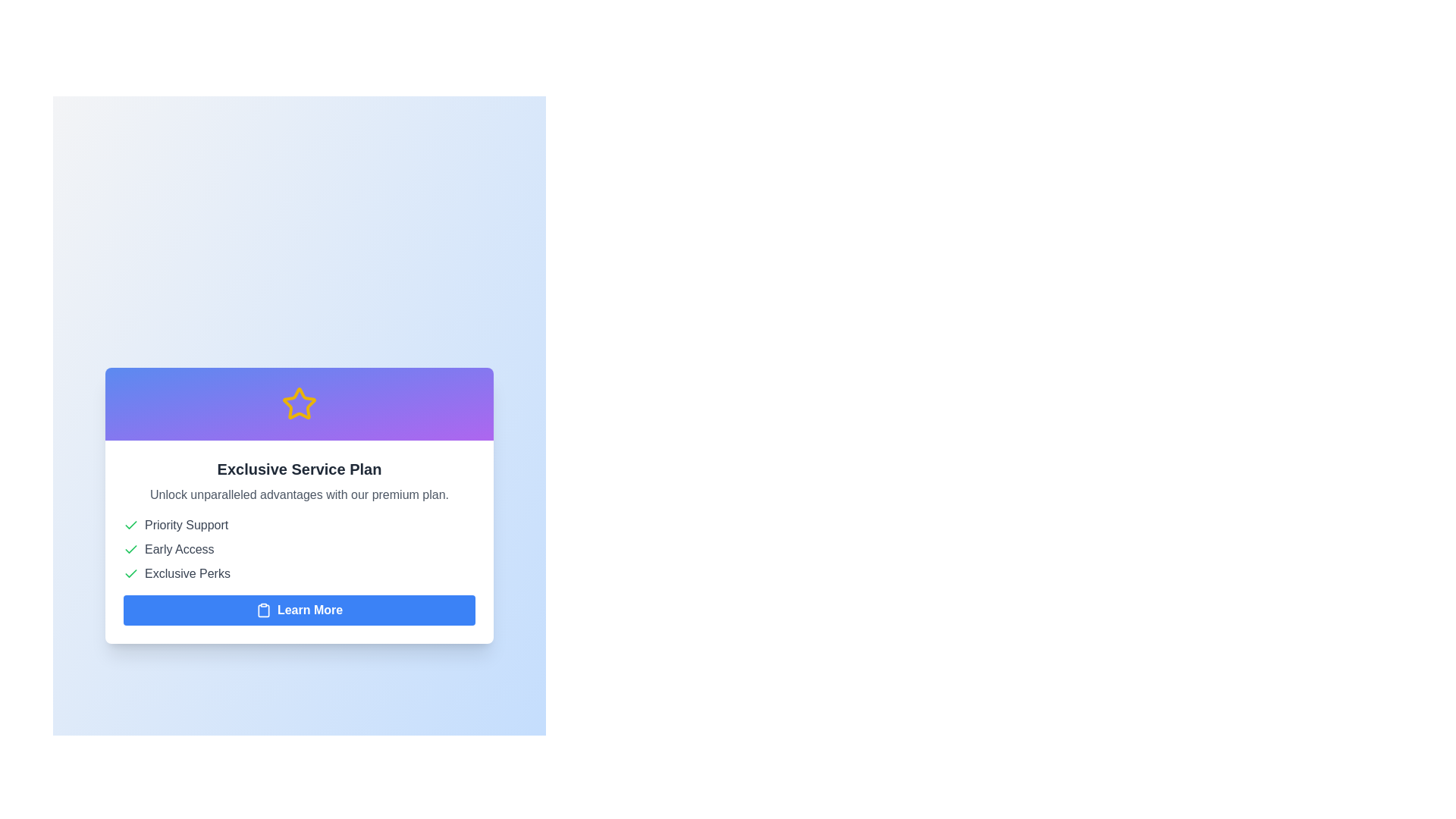  Describe the element at coordinates (299, 550) in the screenshot. I see `entries of the list that visually represents the features included in the 'Exclusive Service Plan' card located centrally between the title and the 'Learn More' button` at that location.